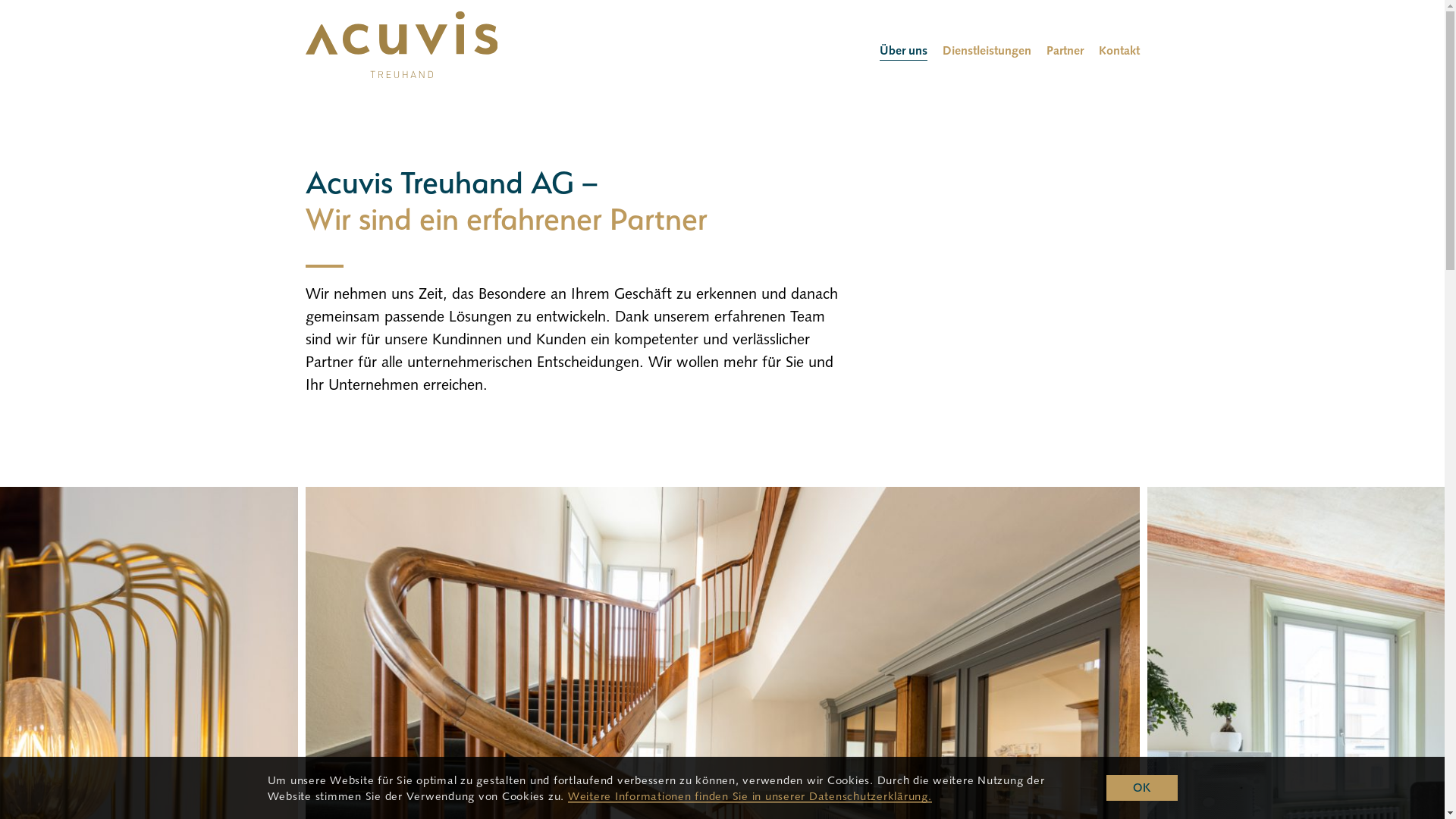  Describe the element at coordinates (986, 49) in the screenshot. I see `'Dienstleistungen'` at that location.